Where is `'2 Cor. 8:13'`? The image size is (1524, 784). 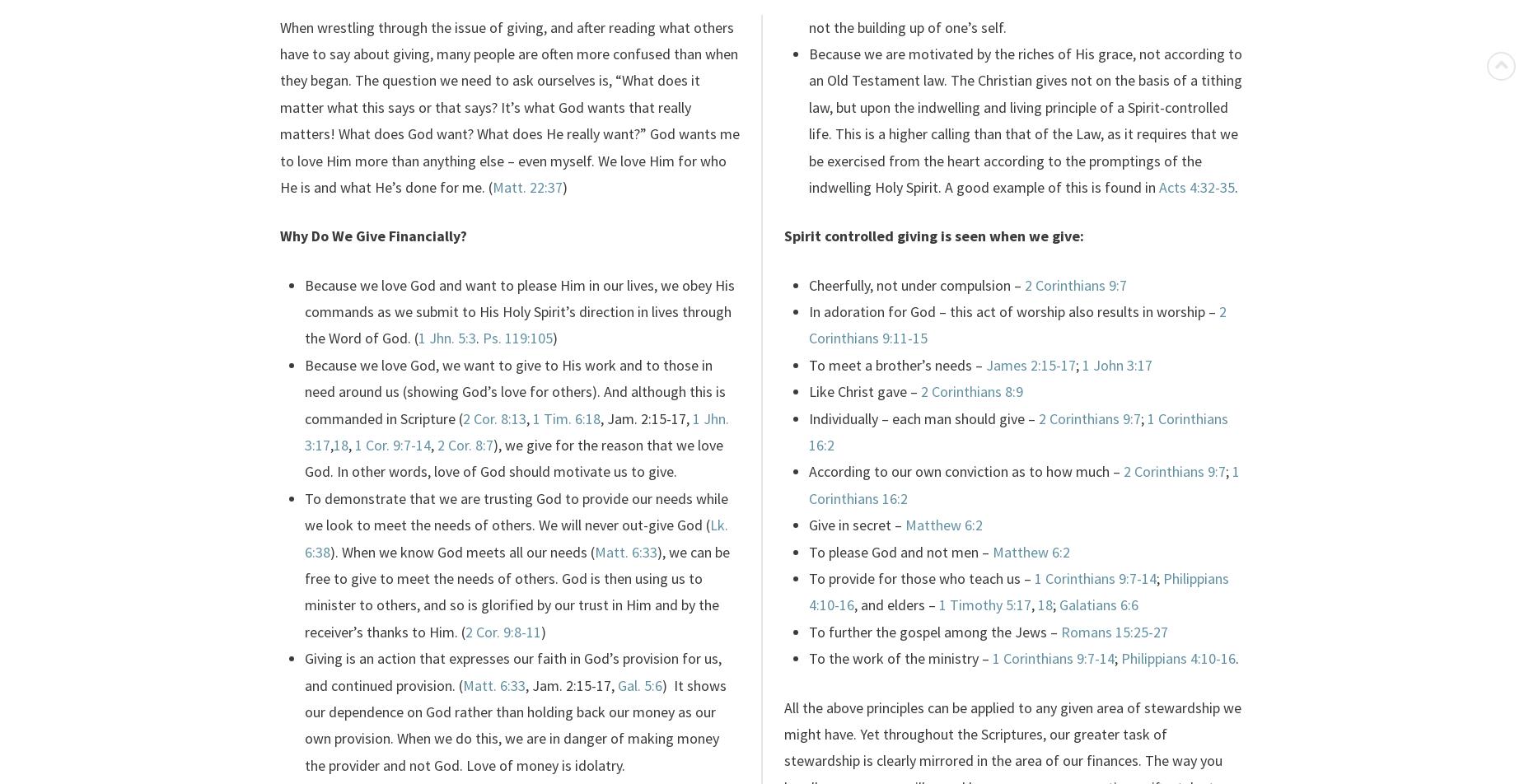
'2 Cor. 8:13' is located at coordinates (493, 418).